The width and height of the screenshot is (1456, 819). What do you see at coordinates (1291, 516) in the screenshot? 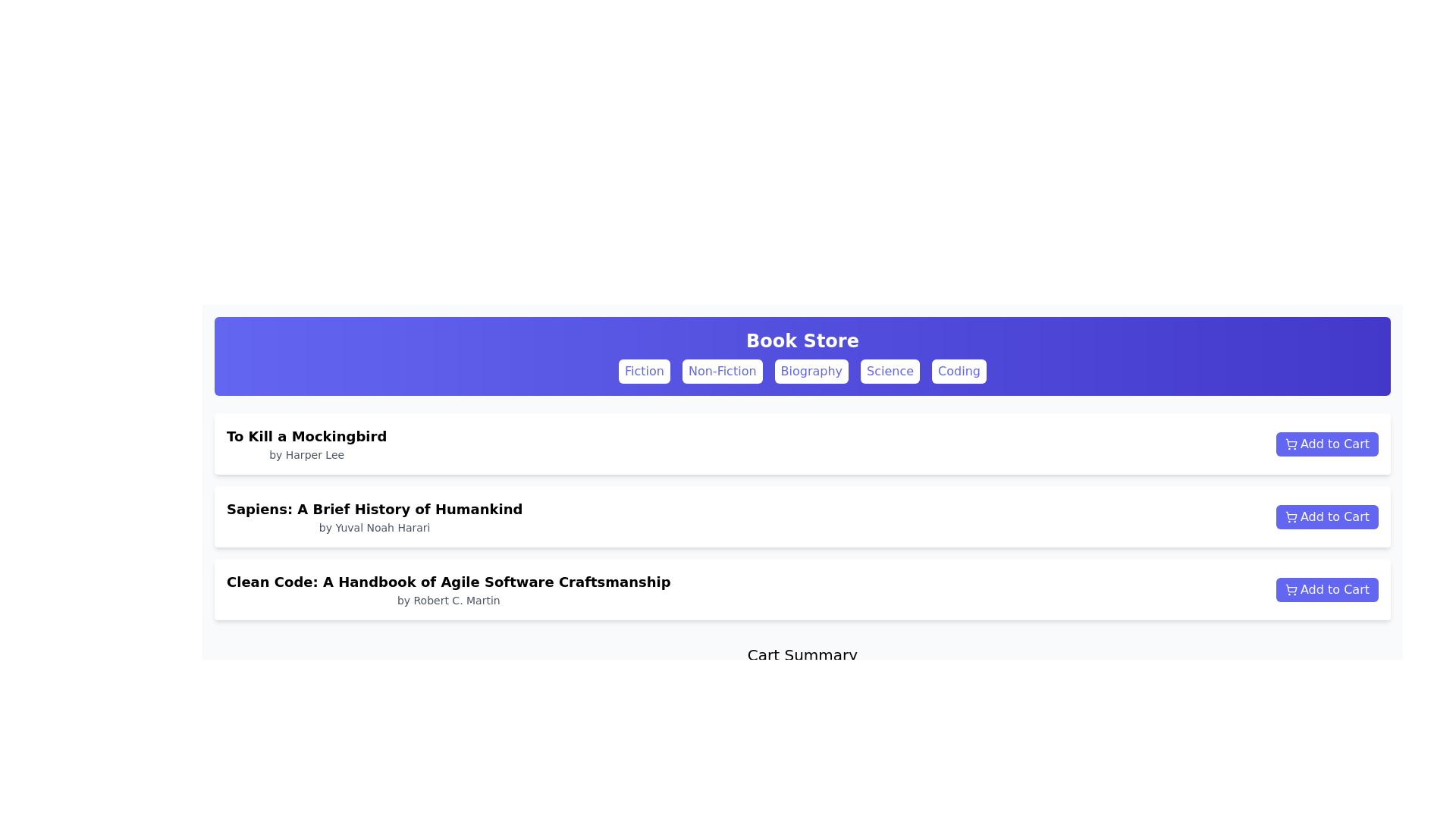
I see `the shopping cart icon located in the 'Add to Cart' button at the right end of the interface's second row` at bounding box center [1291, 516].